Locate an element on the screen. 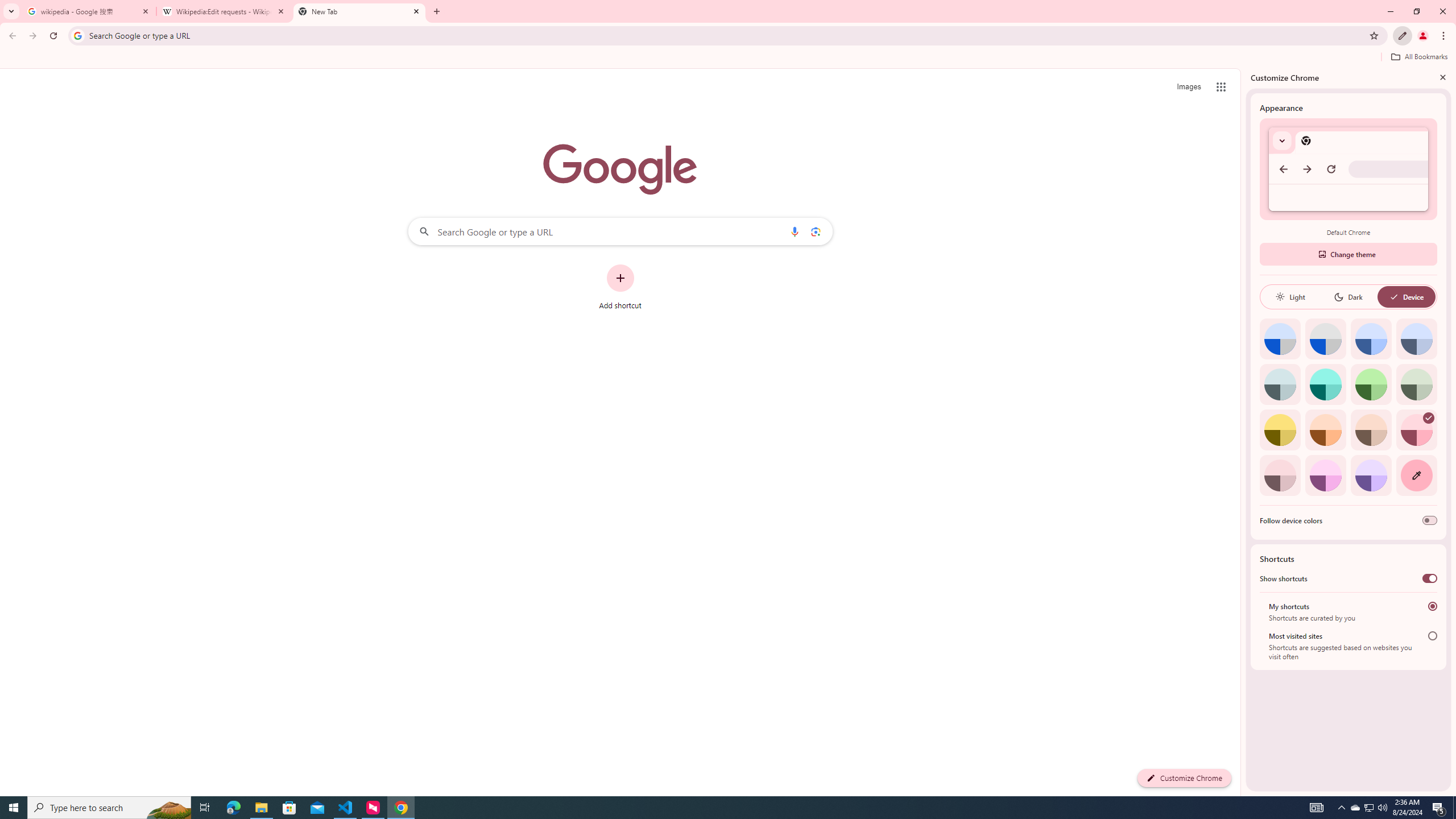 This screenshot has width=1456, height=819. 'Default color' is located at coordinates (1280, 338).